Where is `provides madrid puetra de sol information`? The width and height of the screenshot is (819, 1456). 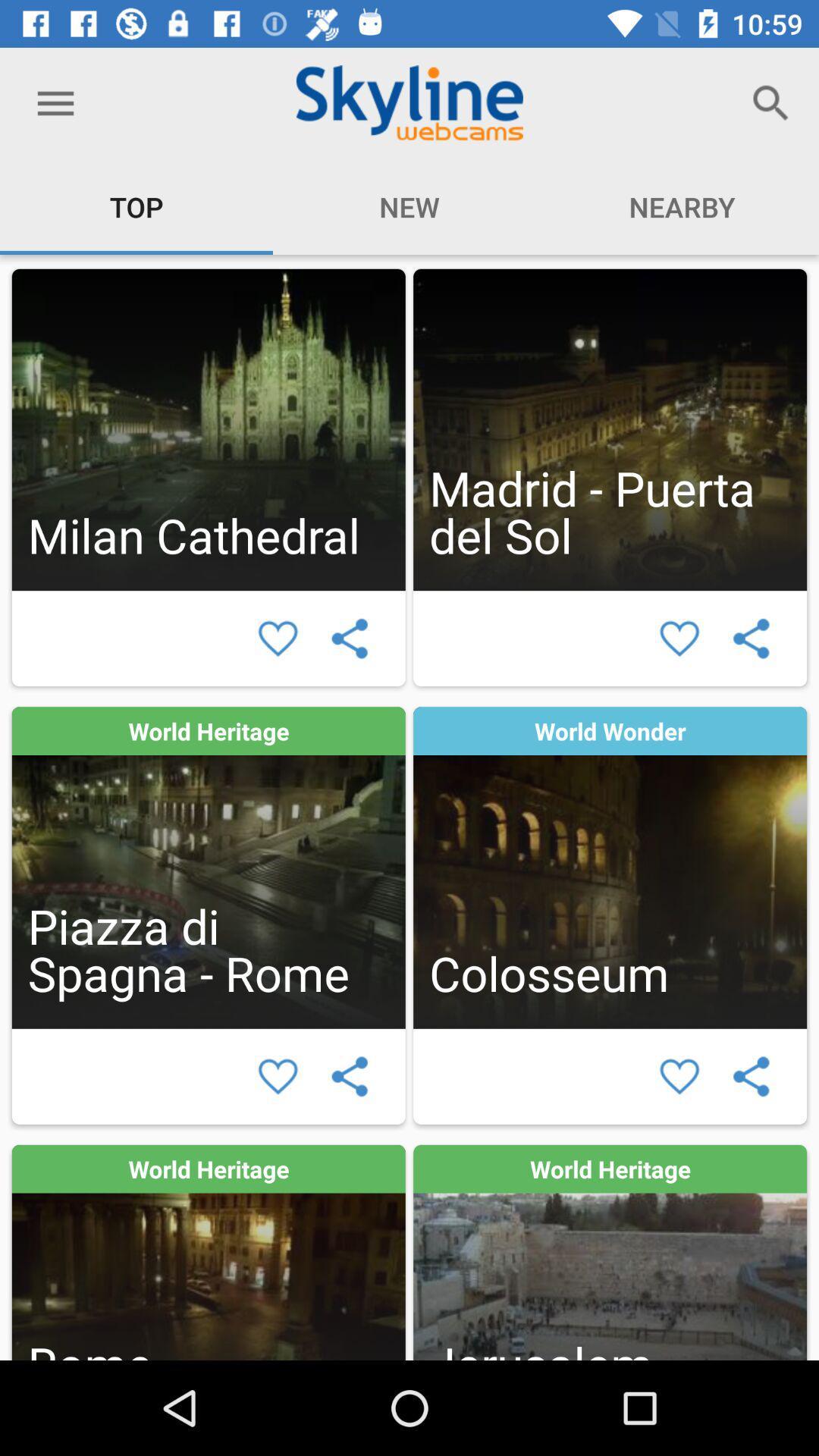
provides madrid puetra de sol information is located at coordinates (609, 428).